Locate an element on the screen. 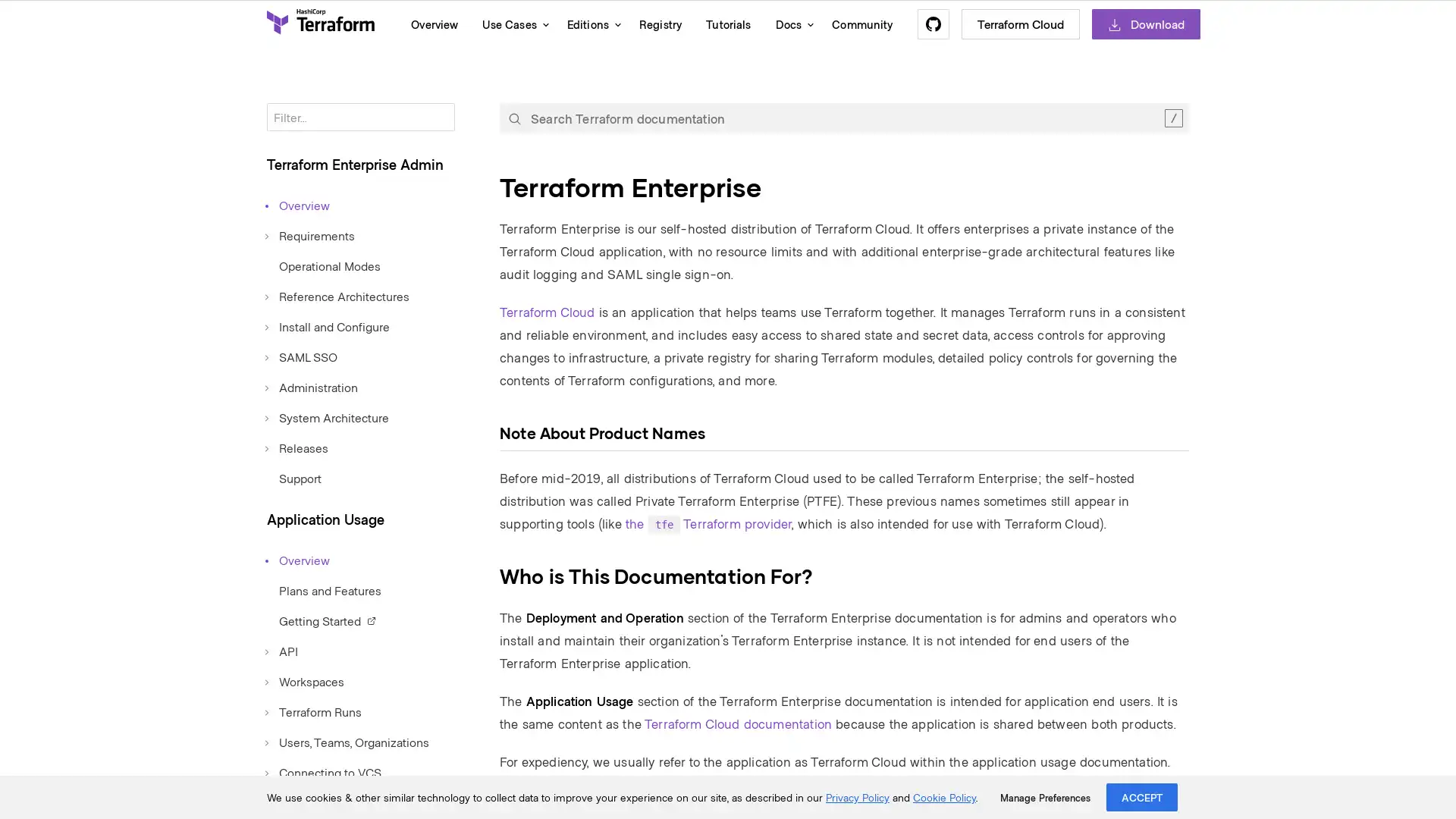 The height and width of the screenshot is (819, 1456). Private Registry is located at coordinates (314, 801).